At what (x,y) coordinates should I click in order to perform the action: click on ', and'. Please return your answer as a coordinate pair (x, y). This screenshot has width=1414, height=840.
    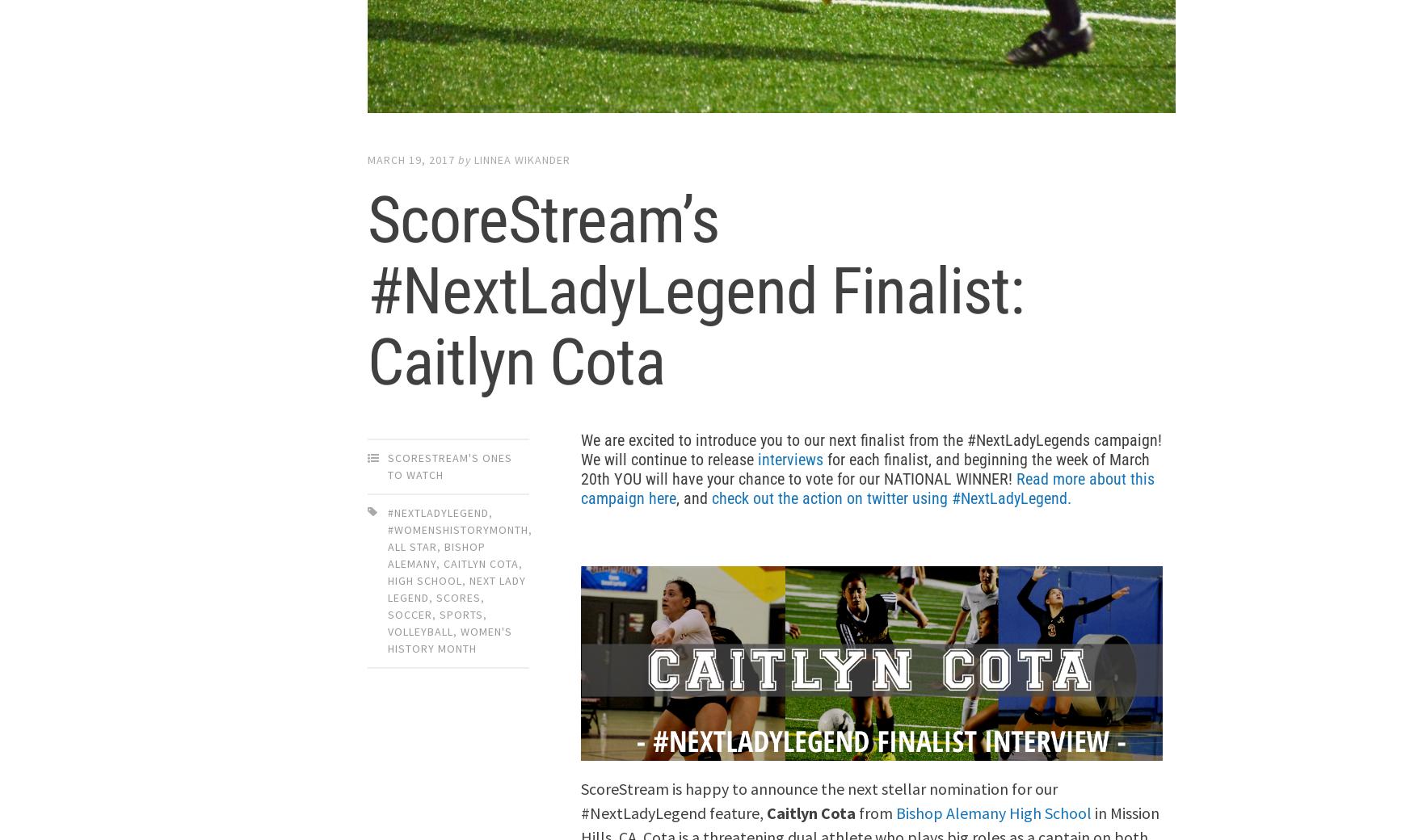
    Looking at the image, I should click on (676, 498).